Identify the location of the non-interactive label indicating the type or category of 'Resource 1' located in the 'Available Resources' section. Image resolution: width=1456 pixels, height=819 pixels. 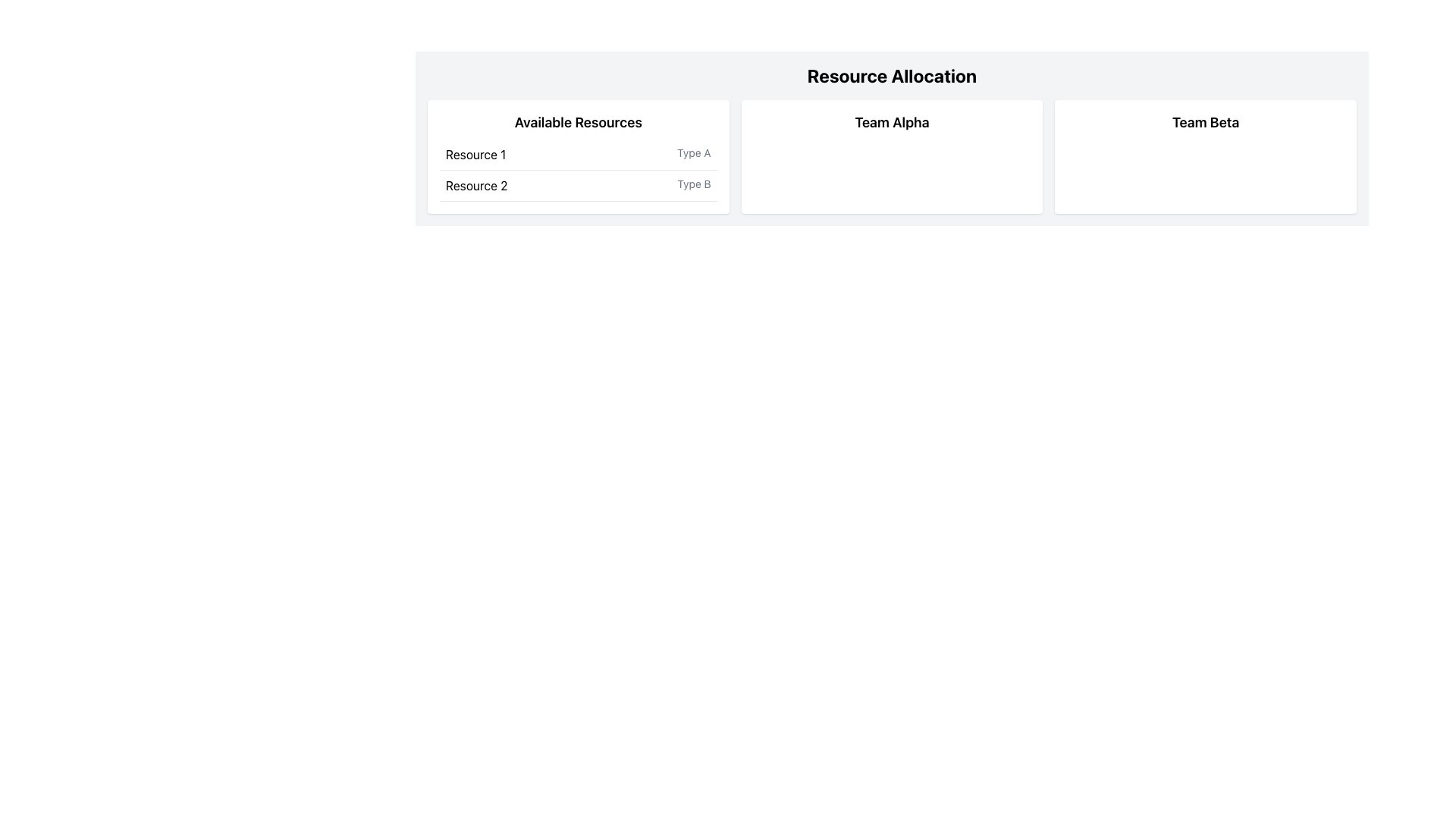
(693, 155).